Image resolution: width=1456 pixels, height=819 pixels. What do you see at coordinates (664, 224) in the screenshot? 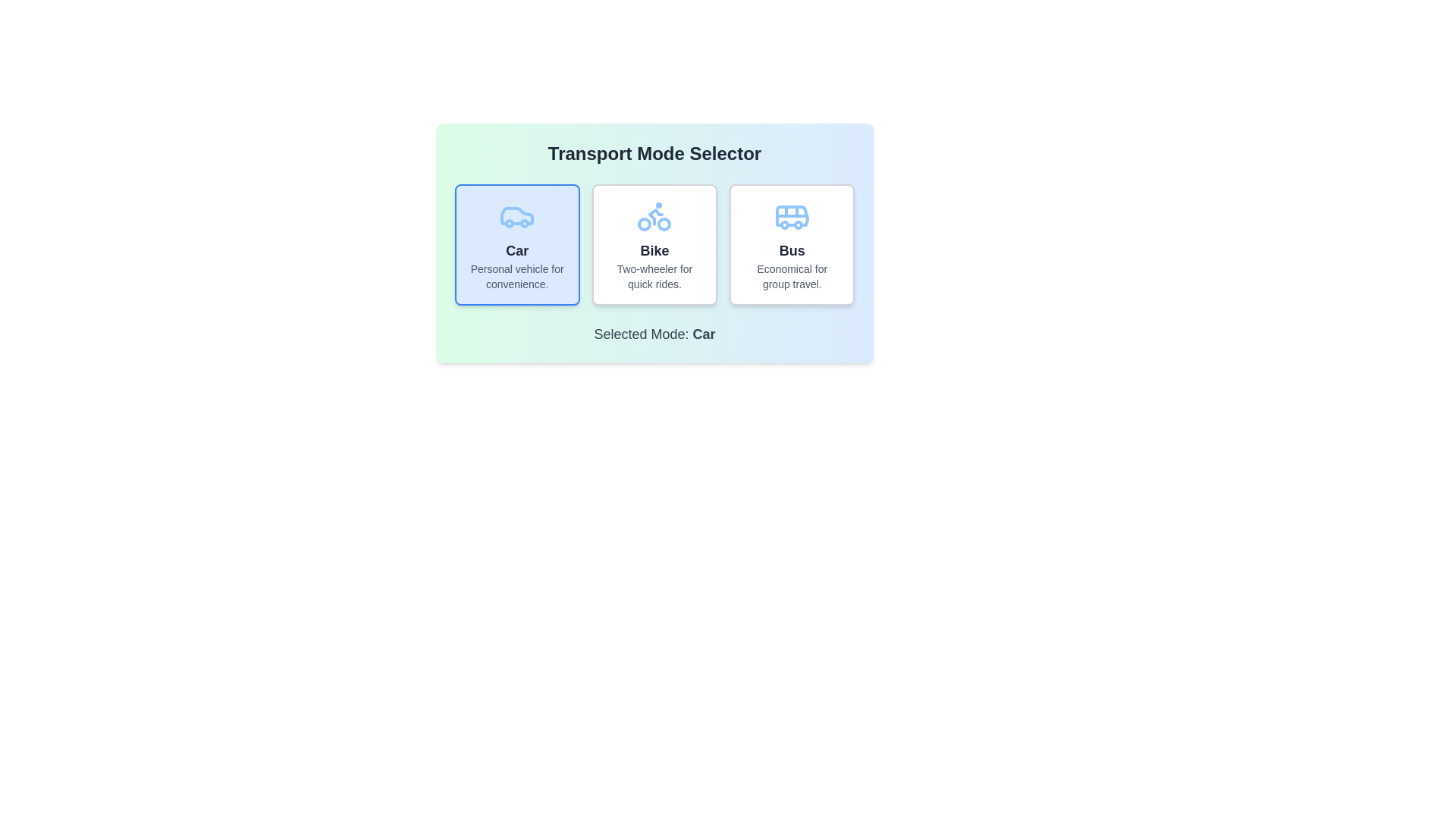
I see `the rightmost circular SVG shape representing the rear wheel of the bike in the 'Transport Mode Selector' section using assistive technologies` at bounding box center [664, 224].